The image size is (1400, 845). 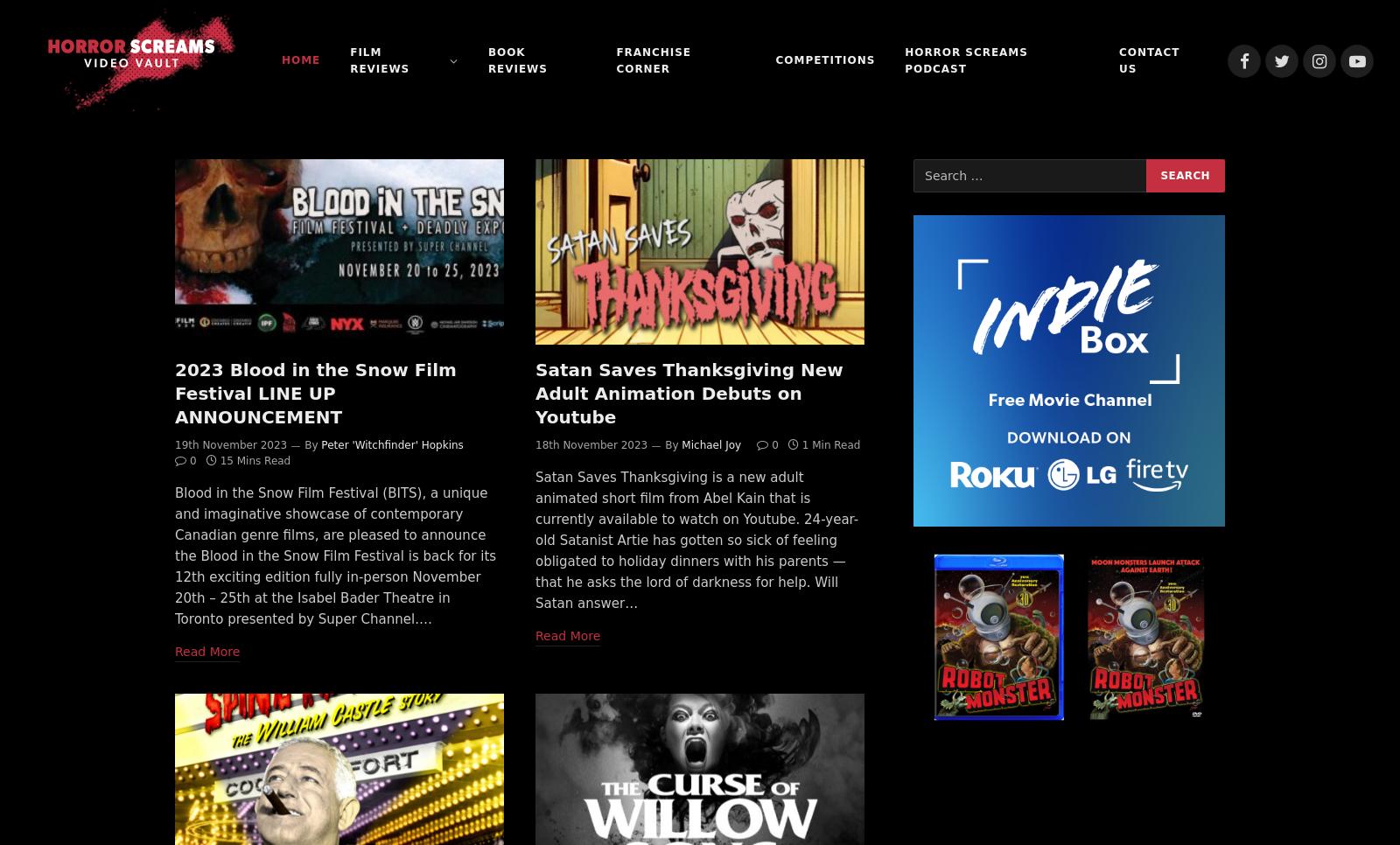 I want to click on '1 Min Read', so click(x=829, y=443).